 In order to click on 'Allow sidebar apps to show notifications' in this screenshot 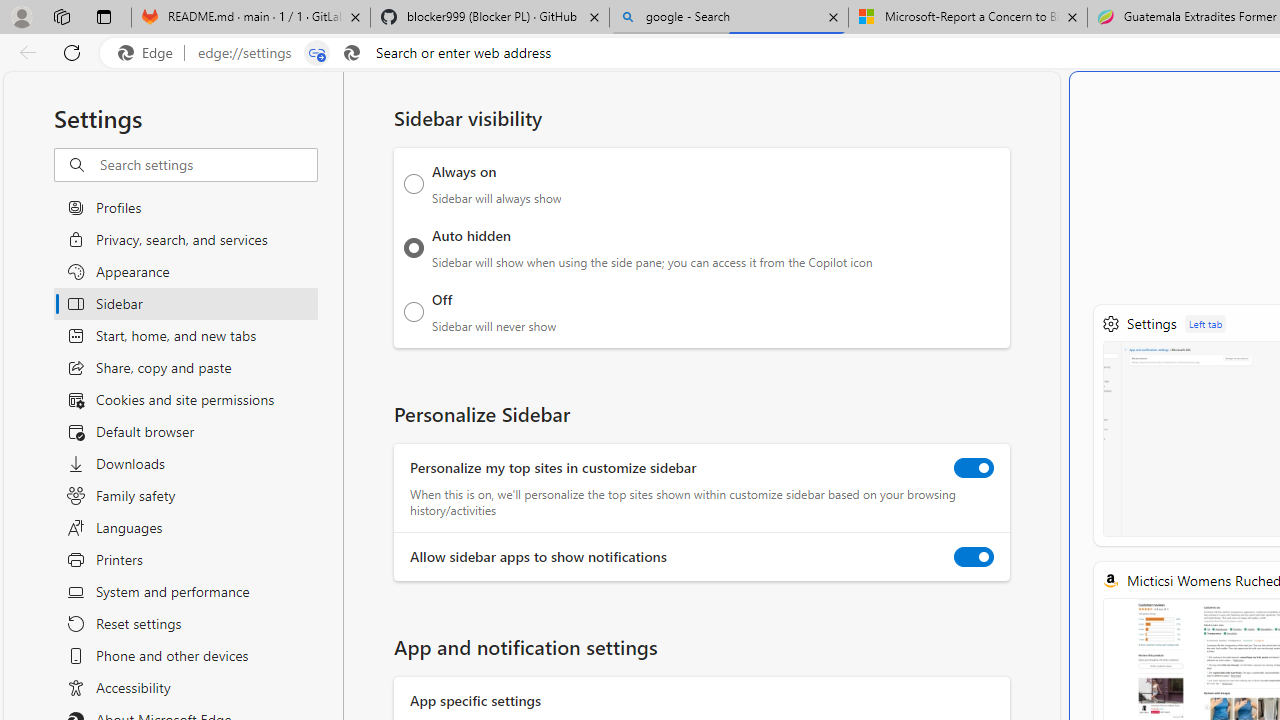, I will do `click(974, 557)`.